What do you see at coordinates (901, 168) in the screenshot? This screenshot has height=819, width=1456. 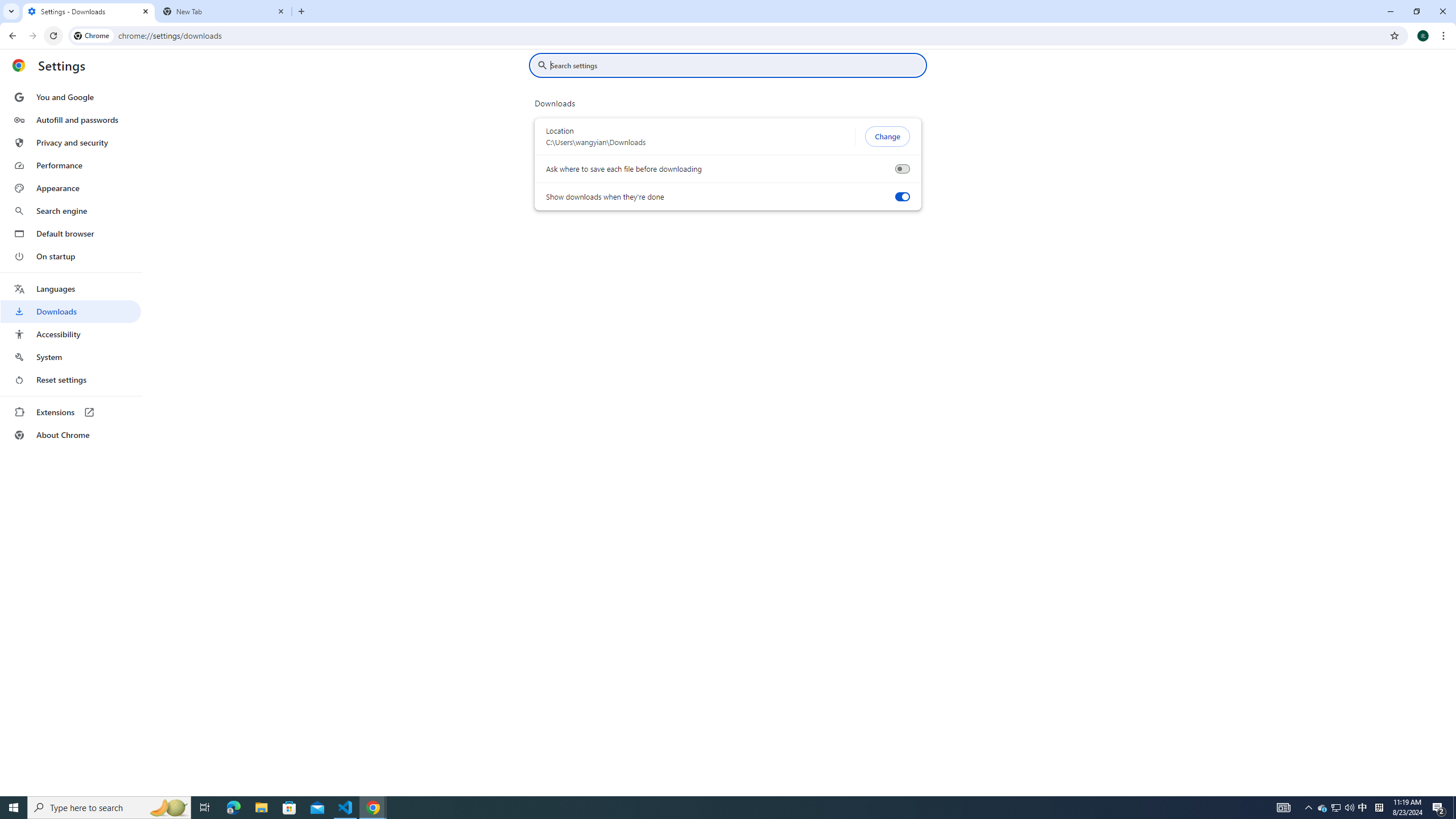 I see `'Ask where to save each file before downloading'` at bounding box center [901, 168].